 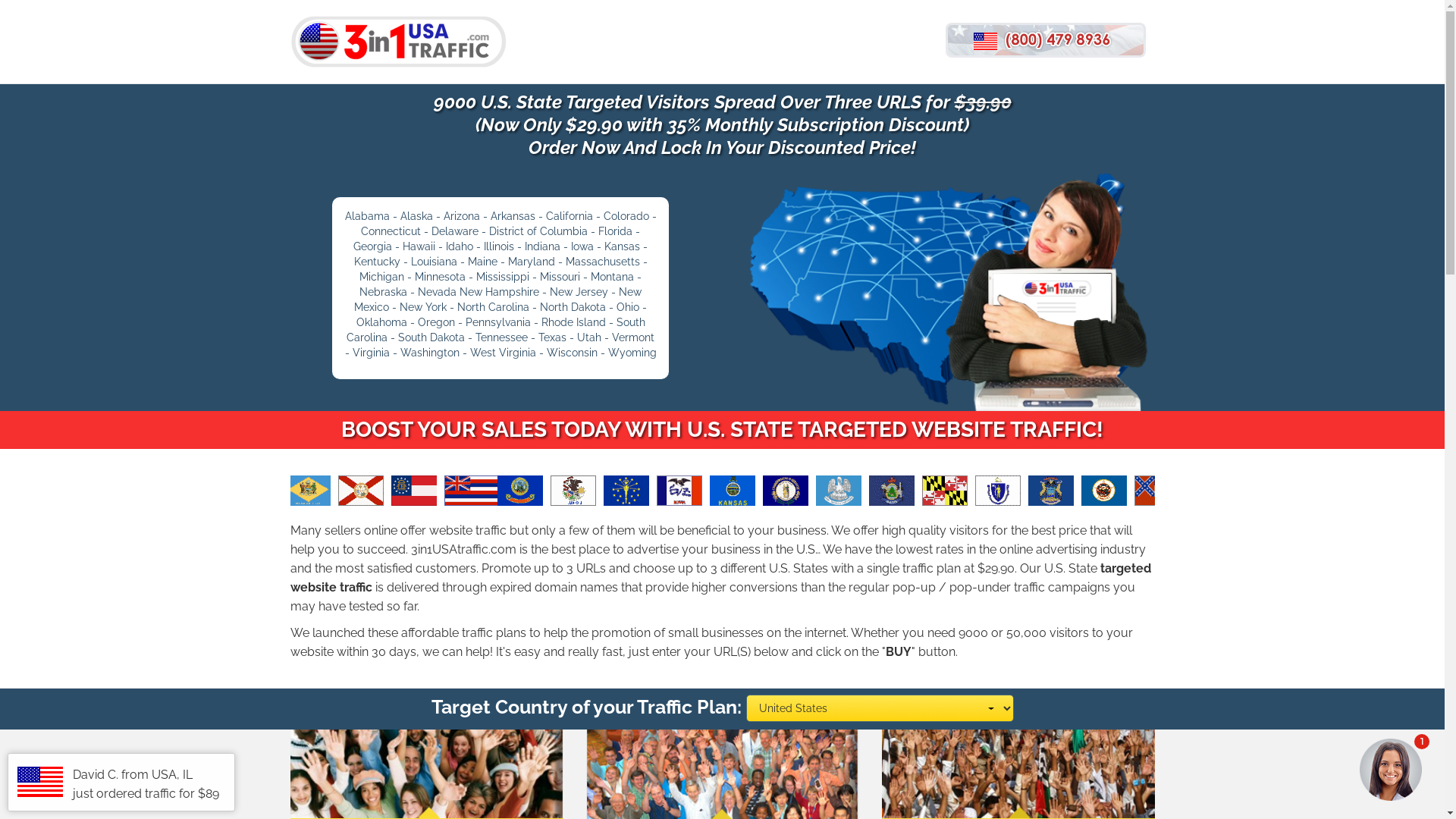 I want to click on '1', so click(x=1316, y=772).